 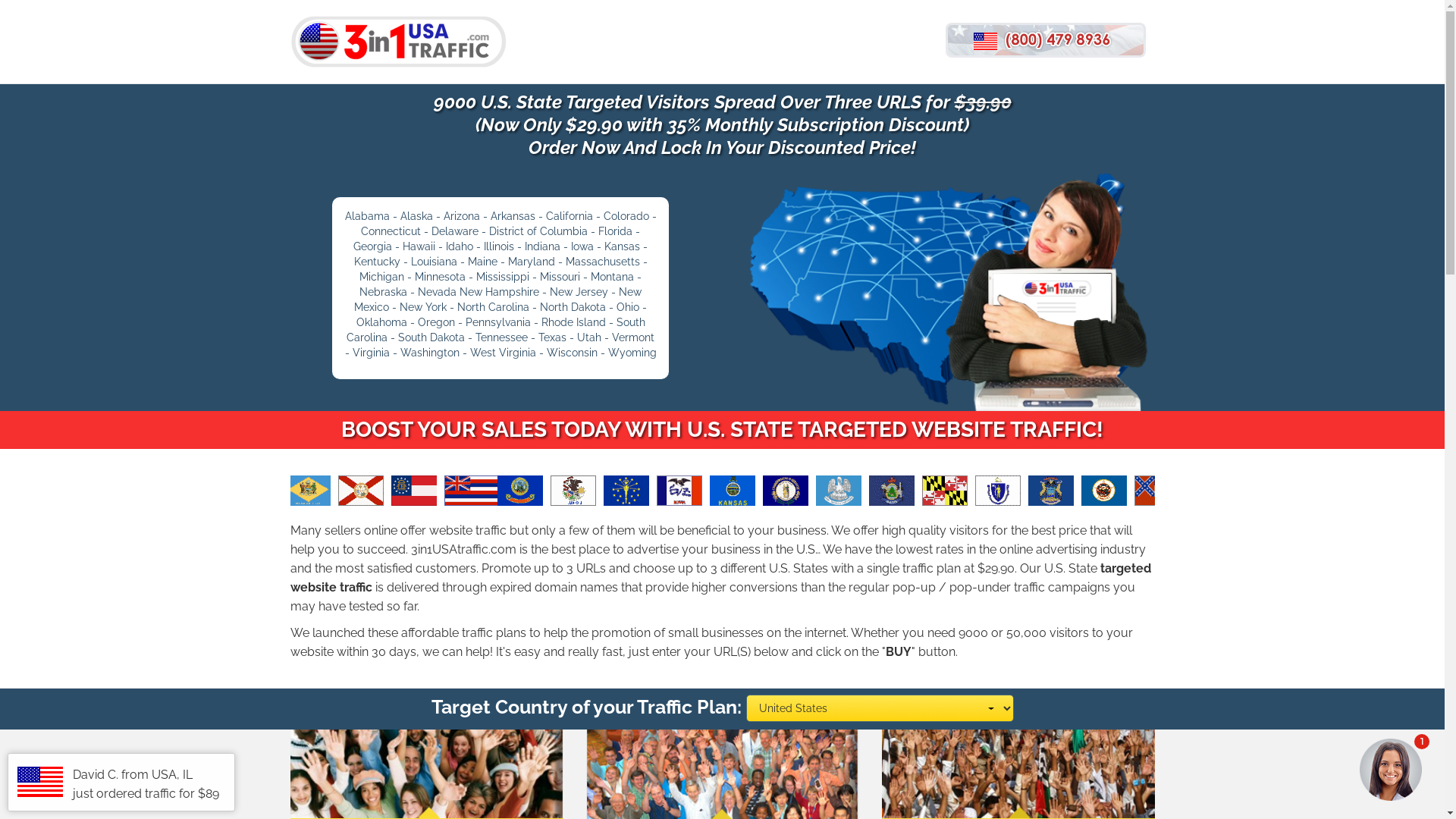 I want to click on '1', so click(x=1316, y=772).